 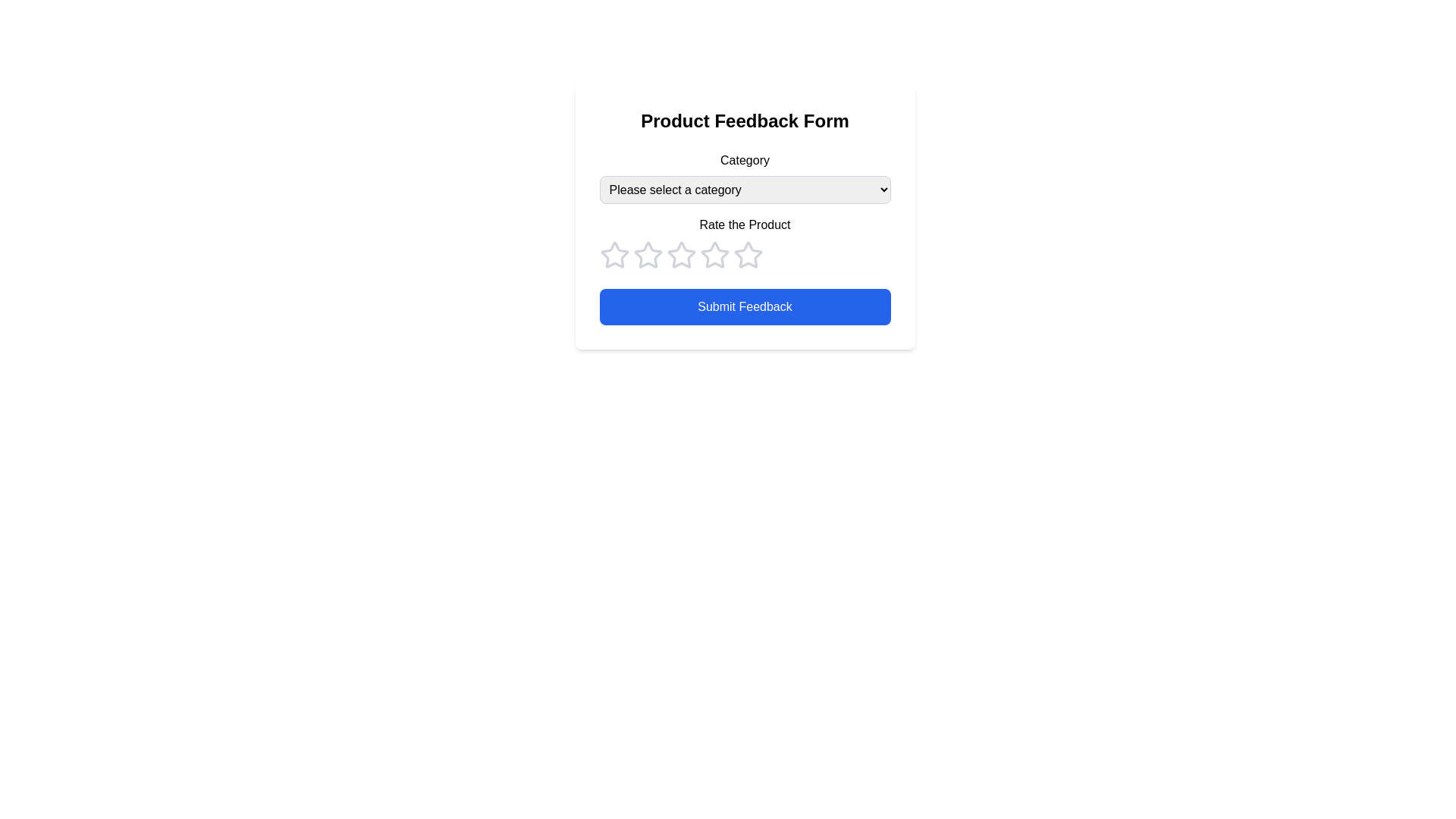 I want to click on the fourth star icon in the rating system below the 'Rate the Product' label in the feedback form interface, so click(x=748, y=254).